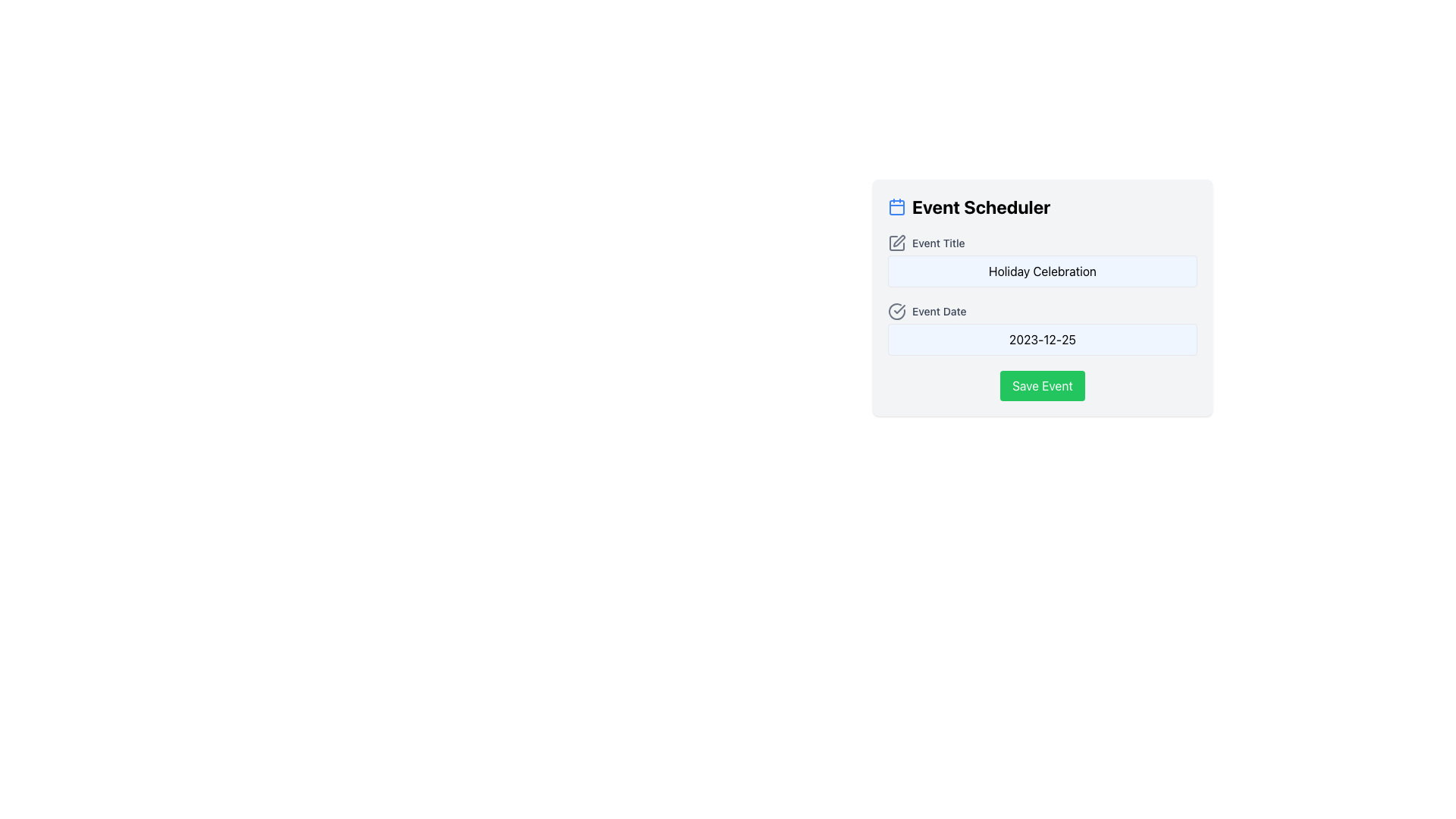 The height and width of the screenshot is (819, 1456). What do you see at coordinates (896, 311) in the screenshot?
I see `the SVG icon styled as a circled check mark, which is gray in color and part of the label block containing 'Event Date'` at bounding box center [896, 311].